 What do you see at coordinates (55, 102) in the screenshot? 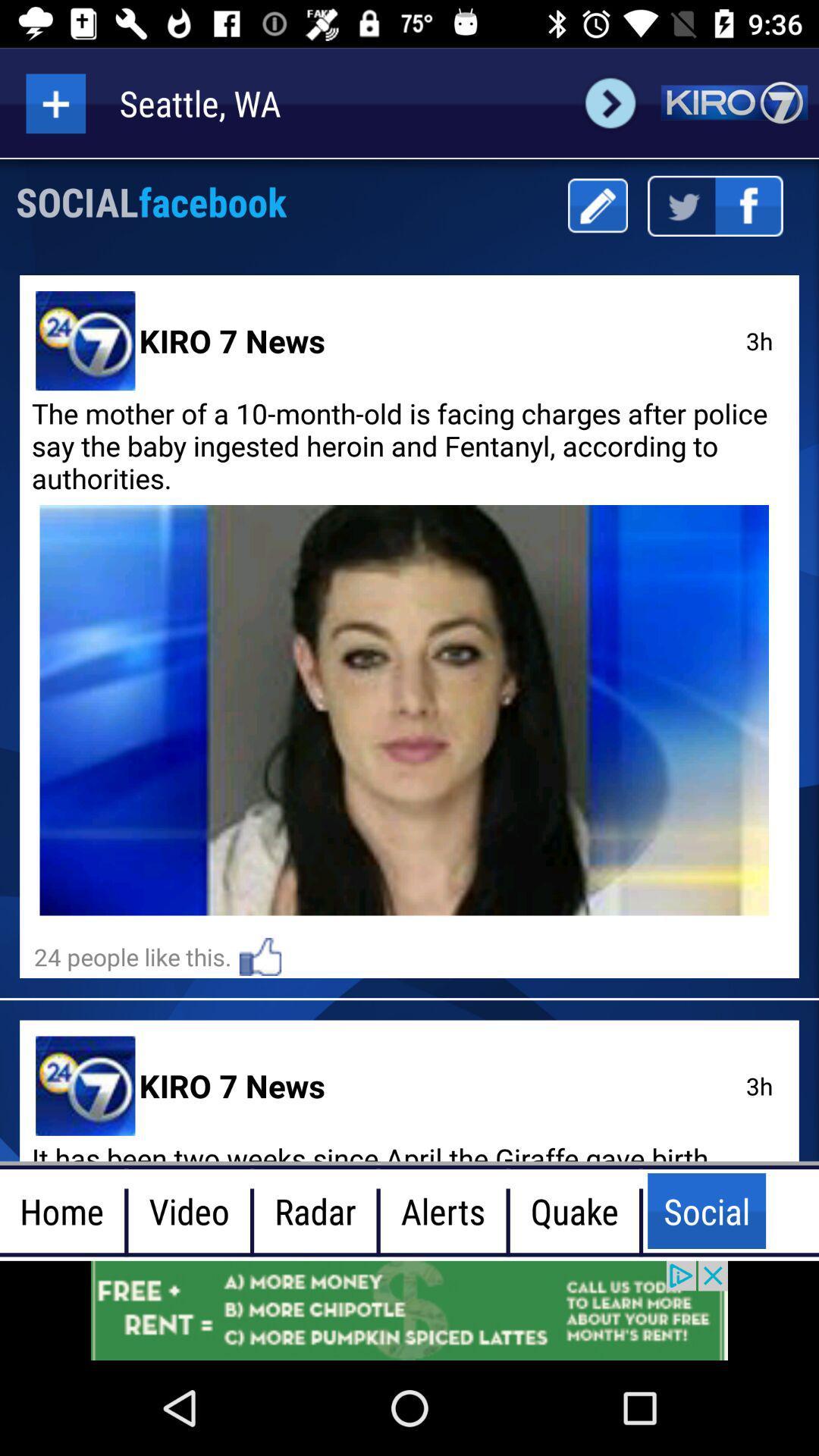
I see `the add icon` at bounding box center [55, 102].